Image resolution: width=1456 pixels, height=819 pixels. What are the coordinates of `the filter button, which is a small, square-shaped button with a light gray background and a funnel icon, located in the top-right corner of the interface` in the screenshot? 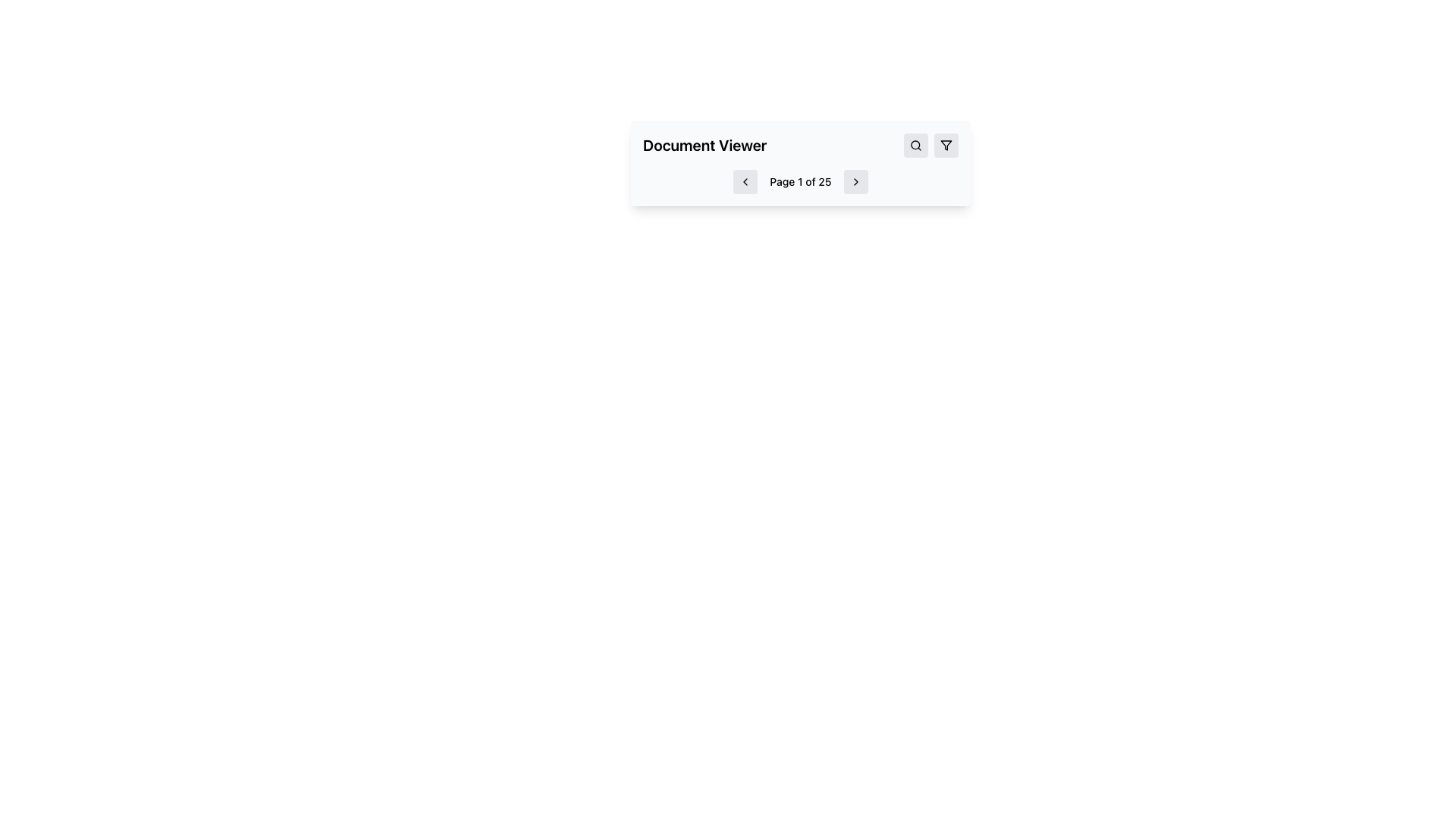 It's located at (946, 146).